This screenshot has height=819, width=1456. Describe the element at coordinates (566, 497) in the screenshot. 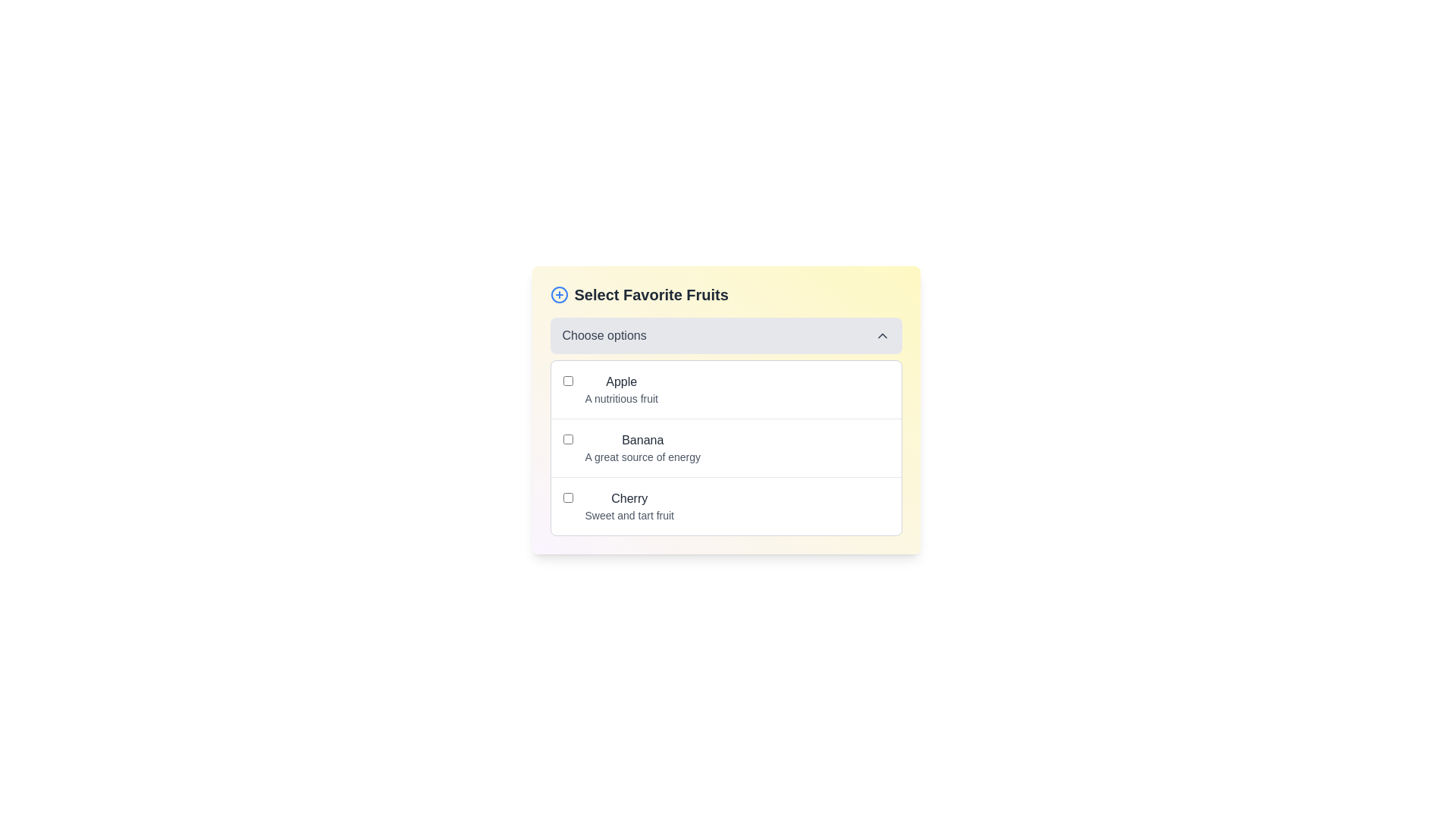

I see `the checkbox for 'Cherry', which is a small checkbox with a tick mark for selection, located next to the label 'Cherry'` at that location.